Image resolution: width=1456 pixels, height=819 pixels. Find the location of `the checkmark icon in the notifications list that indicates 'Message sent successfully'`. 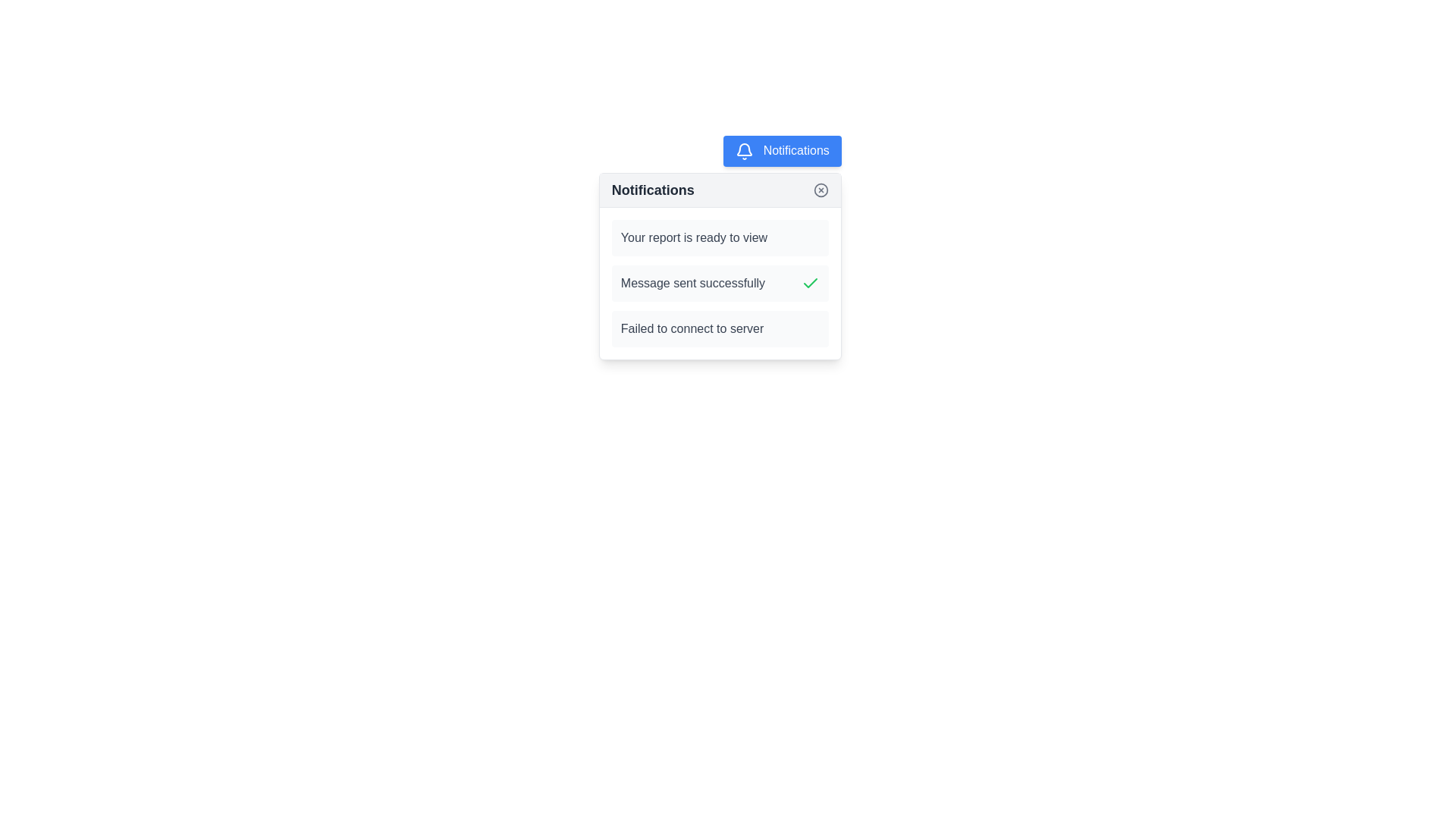

the checkmark icon in the notifications list that indicates 'Message sent successfully' is located at coordinates (809, 283).